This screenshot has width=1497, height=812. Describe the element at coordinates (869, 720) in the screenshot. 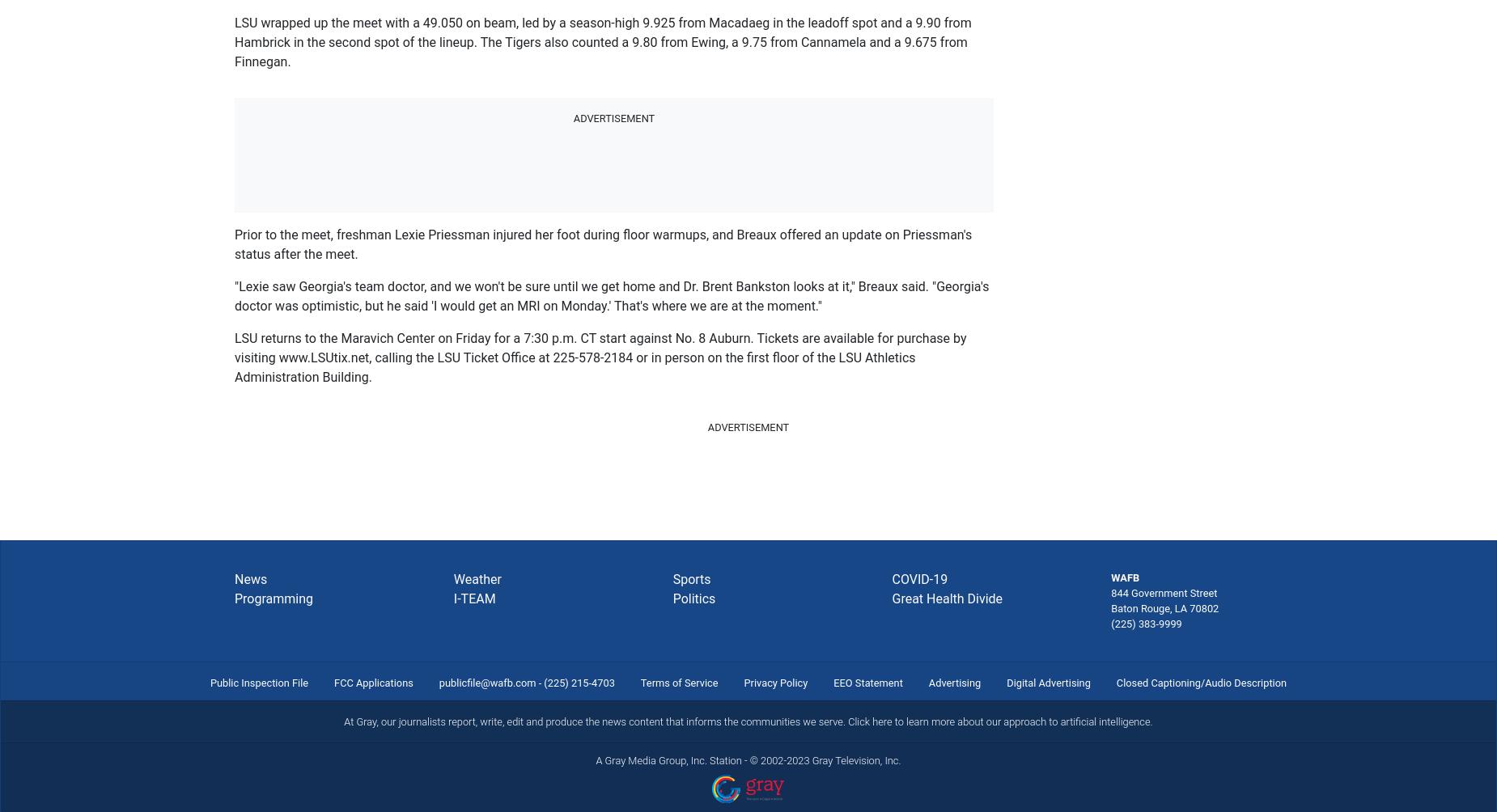

I see `'Click here'` at that location.